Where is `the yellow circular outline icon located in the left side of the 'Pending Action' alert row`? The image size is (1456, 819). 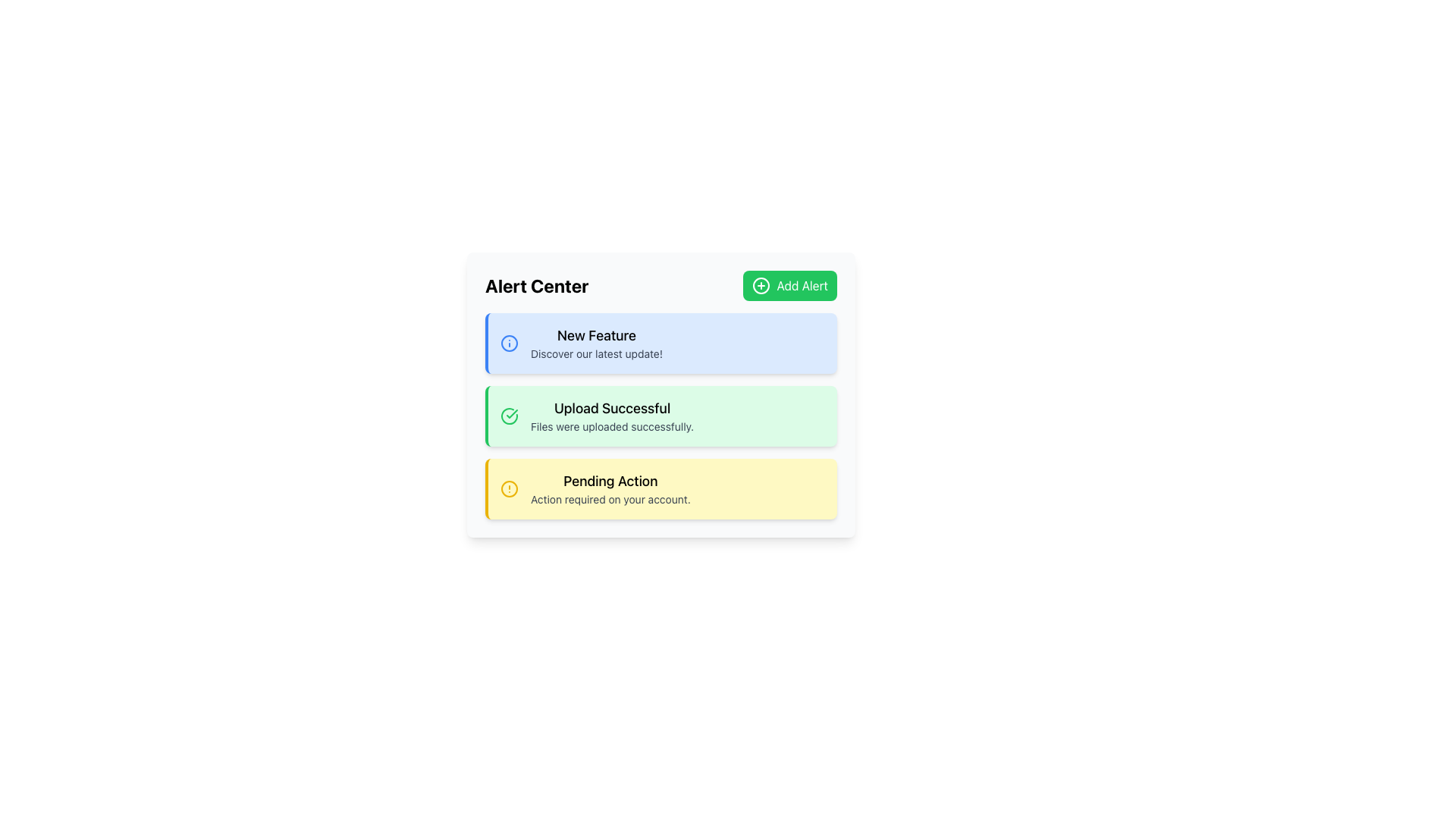 the yellow circular outline icon located in the left side of the 'Pending Action' alert row is located at coordinates (510, 488).